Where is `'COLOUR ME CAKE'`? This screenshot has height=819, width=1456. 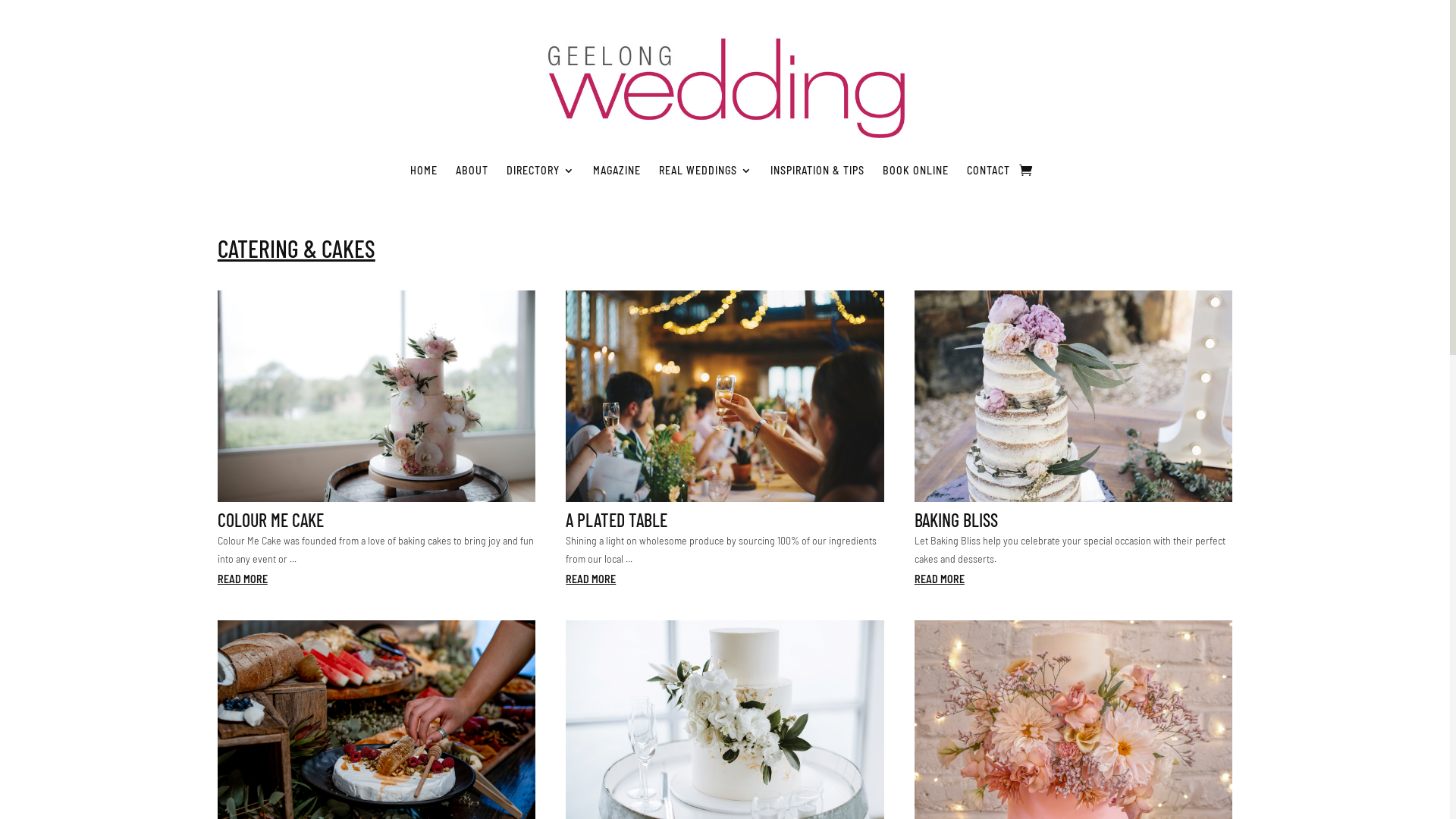 'COLOUR ME CAKE' is located at coordinates (270, 519).